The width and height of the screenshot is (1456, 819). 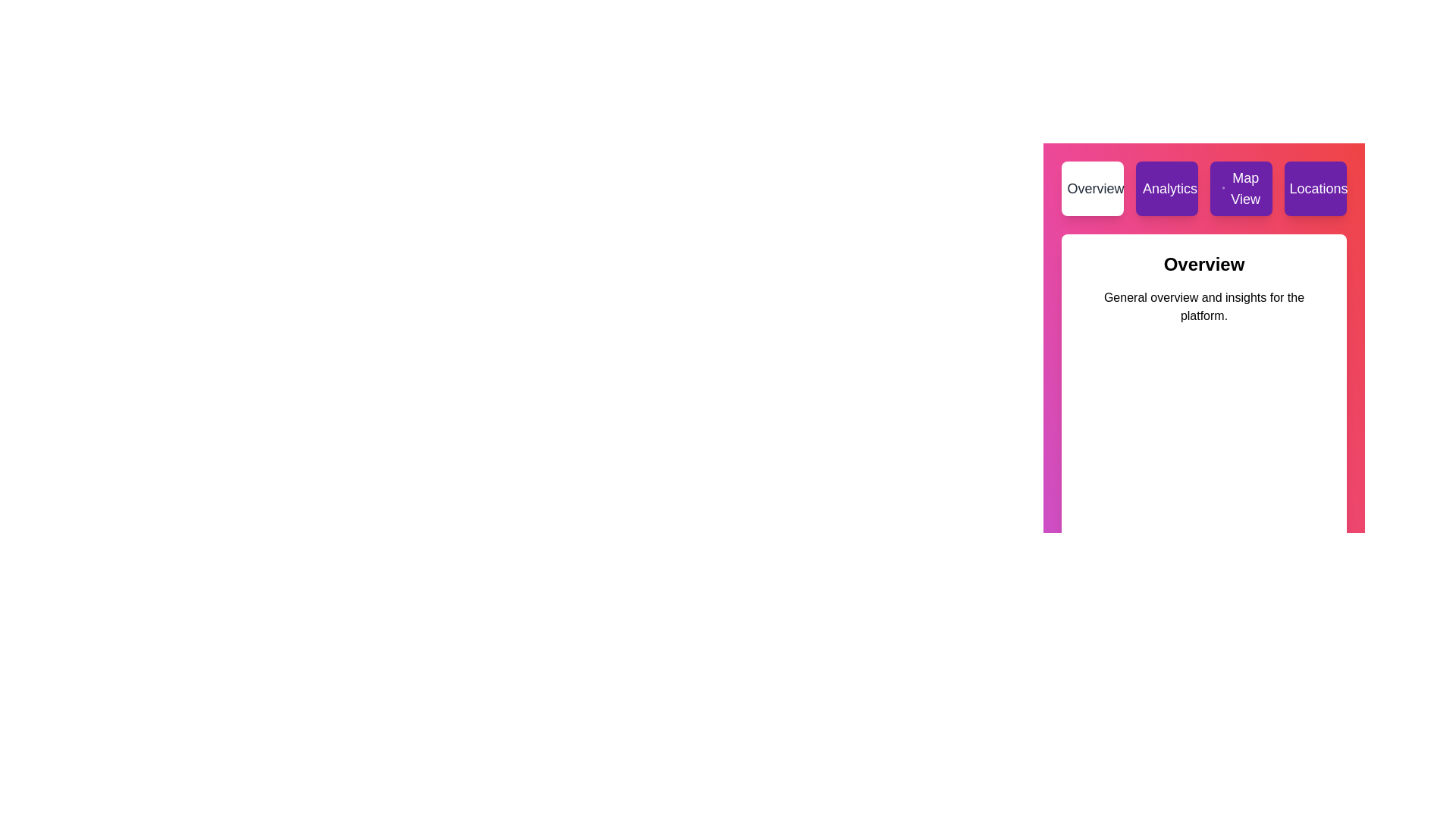 I want to click on the 'Overview' navigation button located at the top-left part of the interface for keyboard navigation, so click(x=1092, y=188).